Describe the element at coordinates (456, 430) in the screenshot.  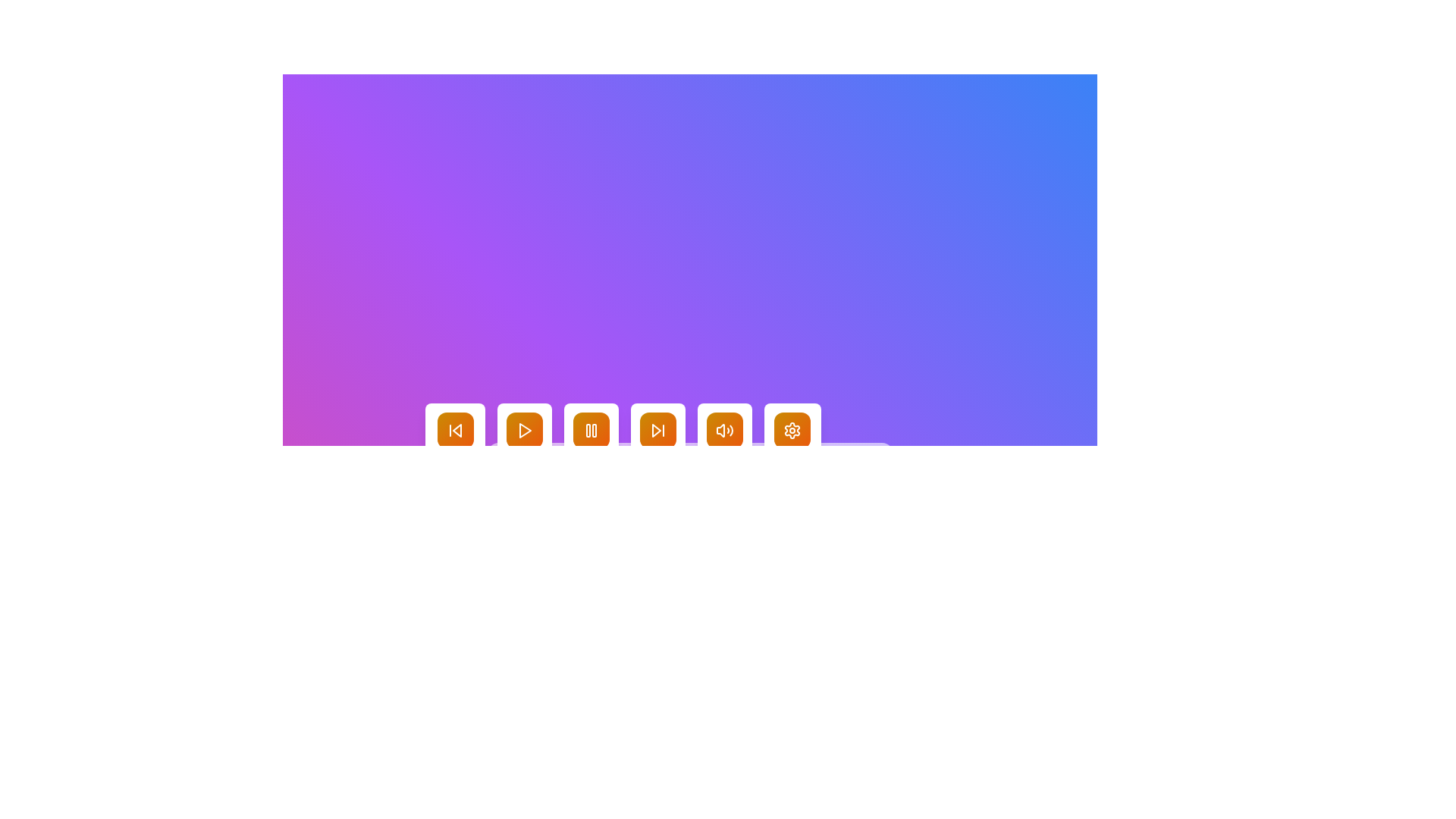
I see `the skip-backward icon located in the first button of the horizontal row of media control buttons at the bottom center of the interface` at that location.